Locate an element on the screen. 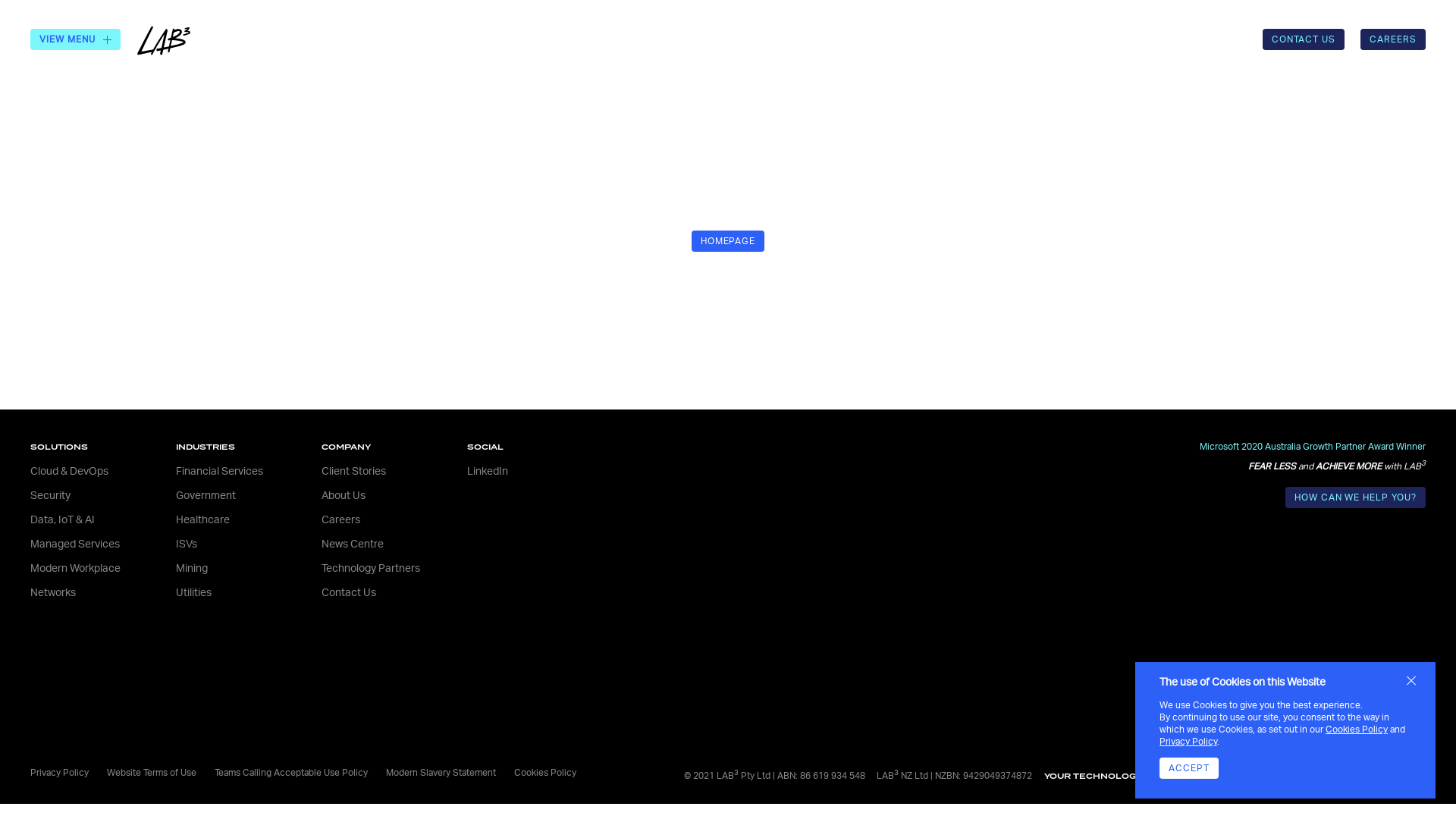 Image resolution: width=1456 pixels, height=819 pixels. 'Data, IoT & AI' is located at coordinates (61, 519).